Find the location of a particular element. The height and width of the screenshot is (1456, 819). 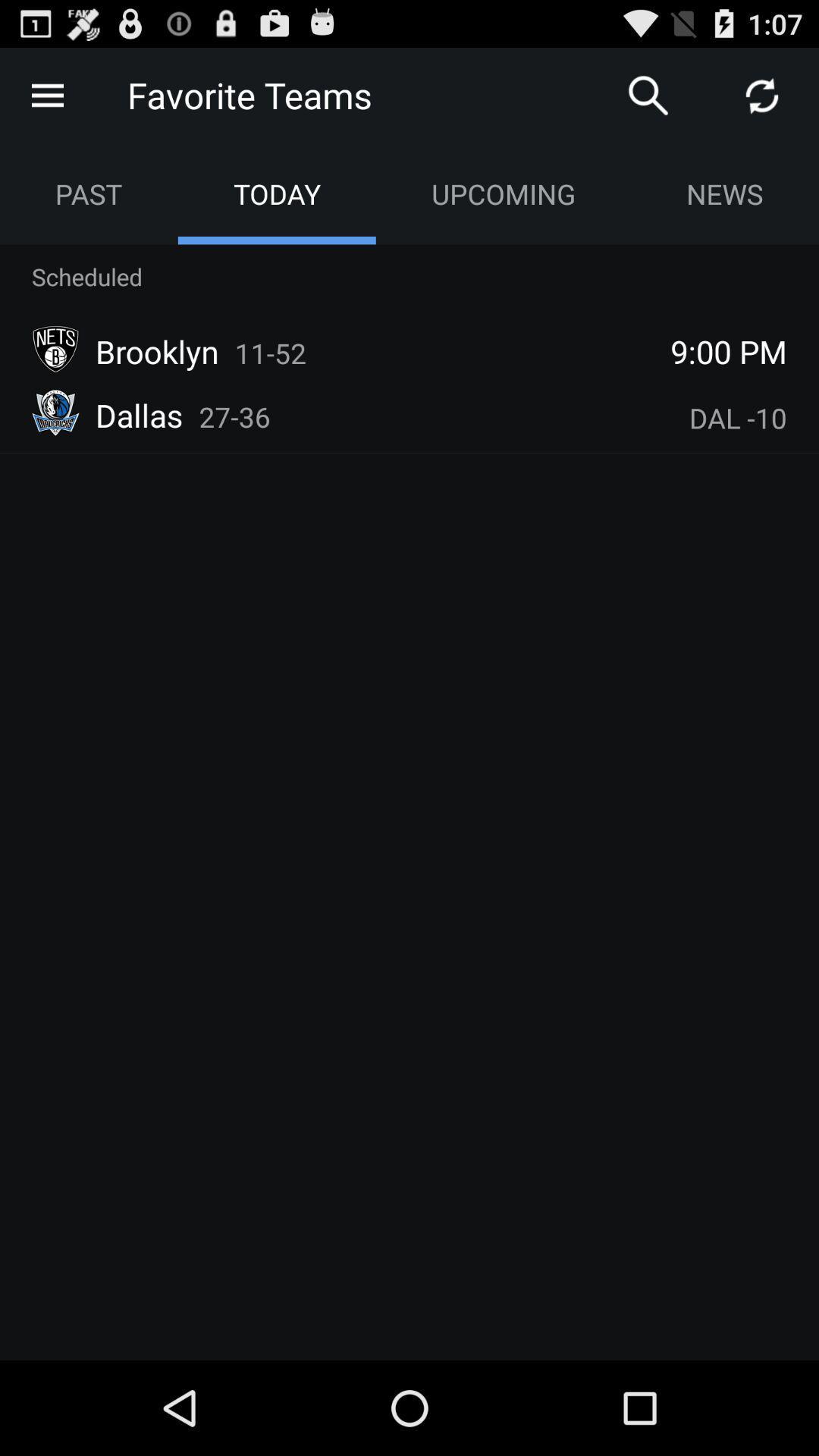

brooklyn is located at coordinates (157, 350).